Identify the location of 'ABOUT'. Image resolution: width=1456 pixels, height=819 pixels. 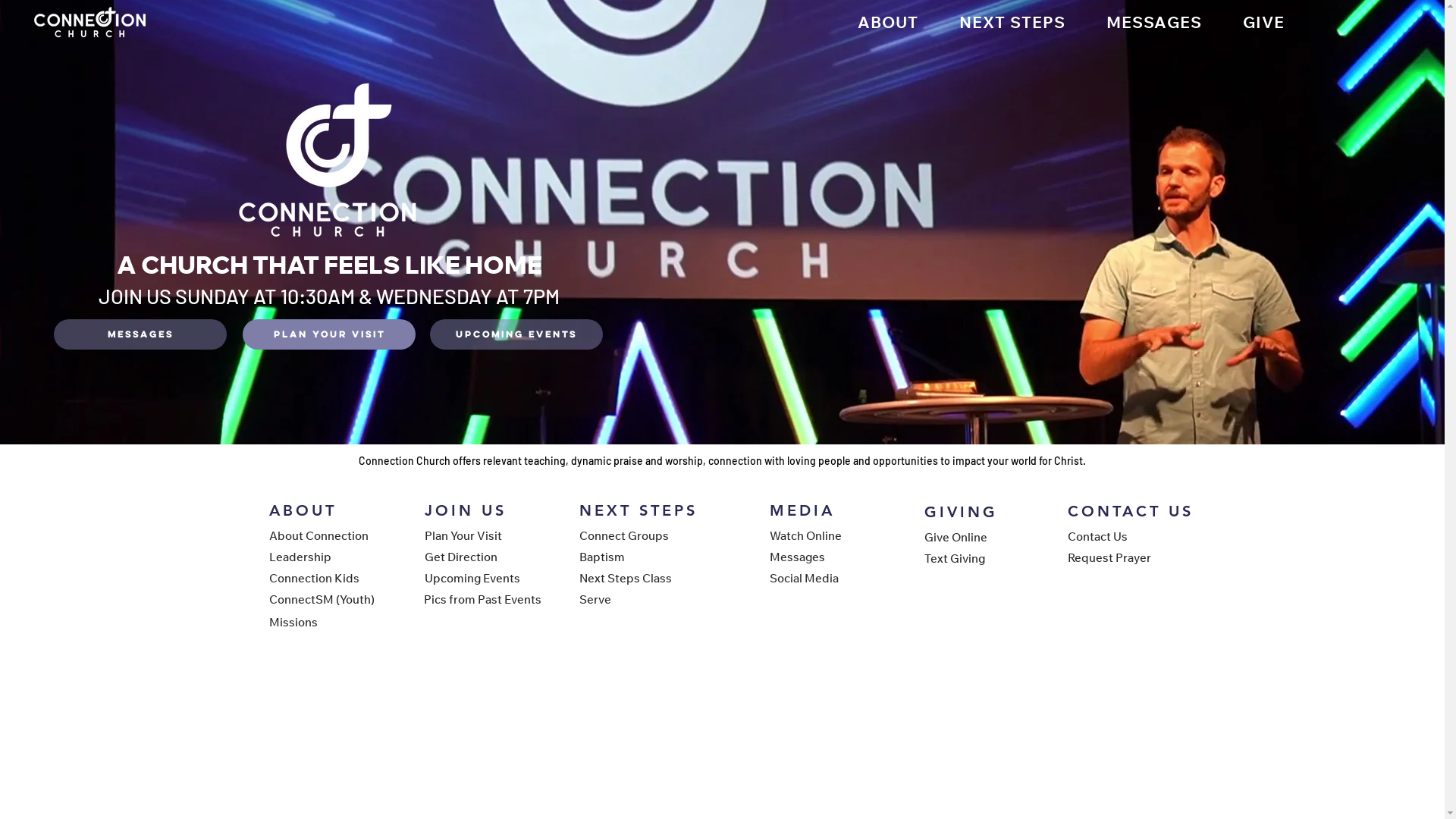
(888, 22).